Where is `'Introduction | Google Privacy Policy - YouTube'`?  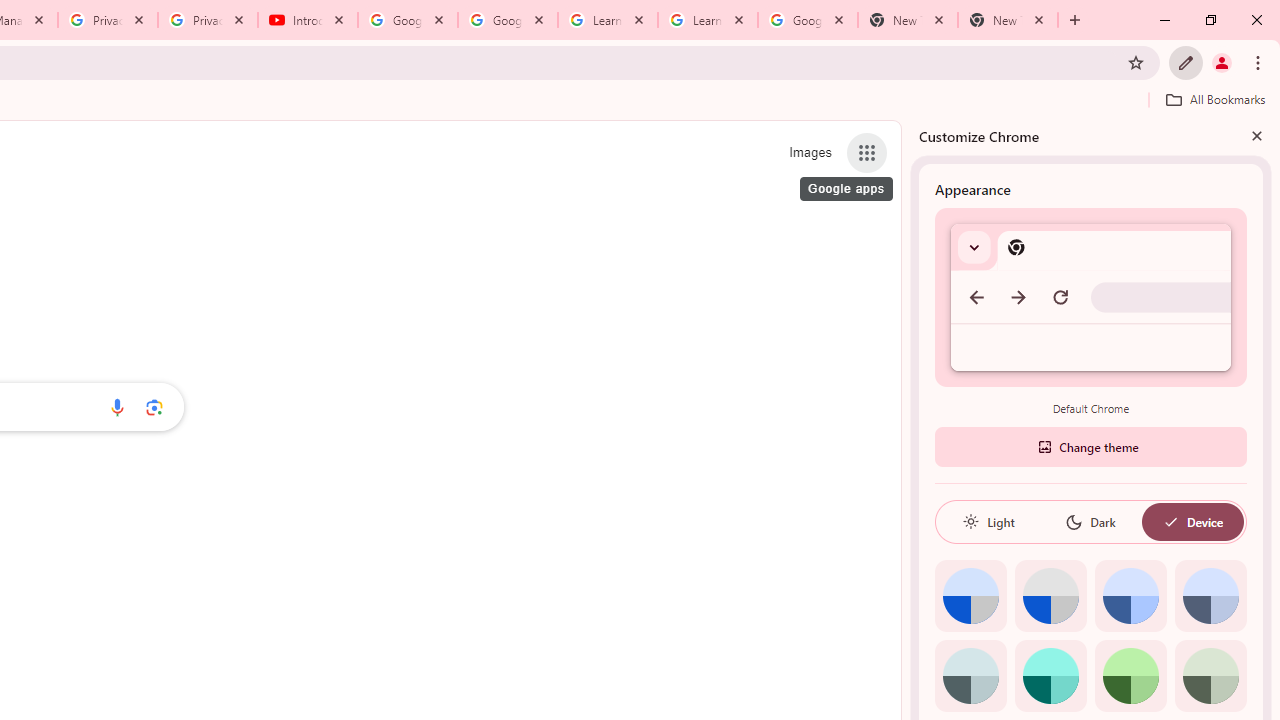
'Introduction | Google Privacy Policy - YouTube' is located at coordinates (307, 20).